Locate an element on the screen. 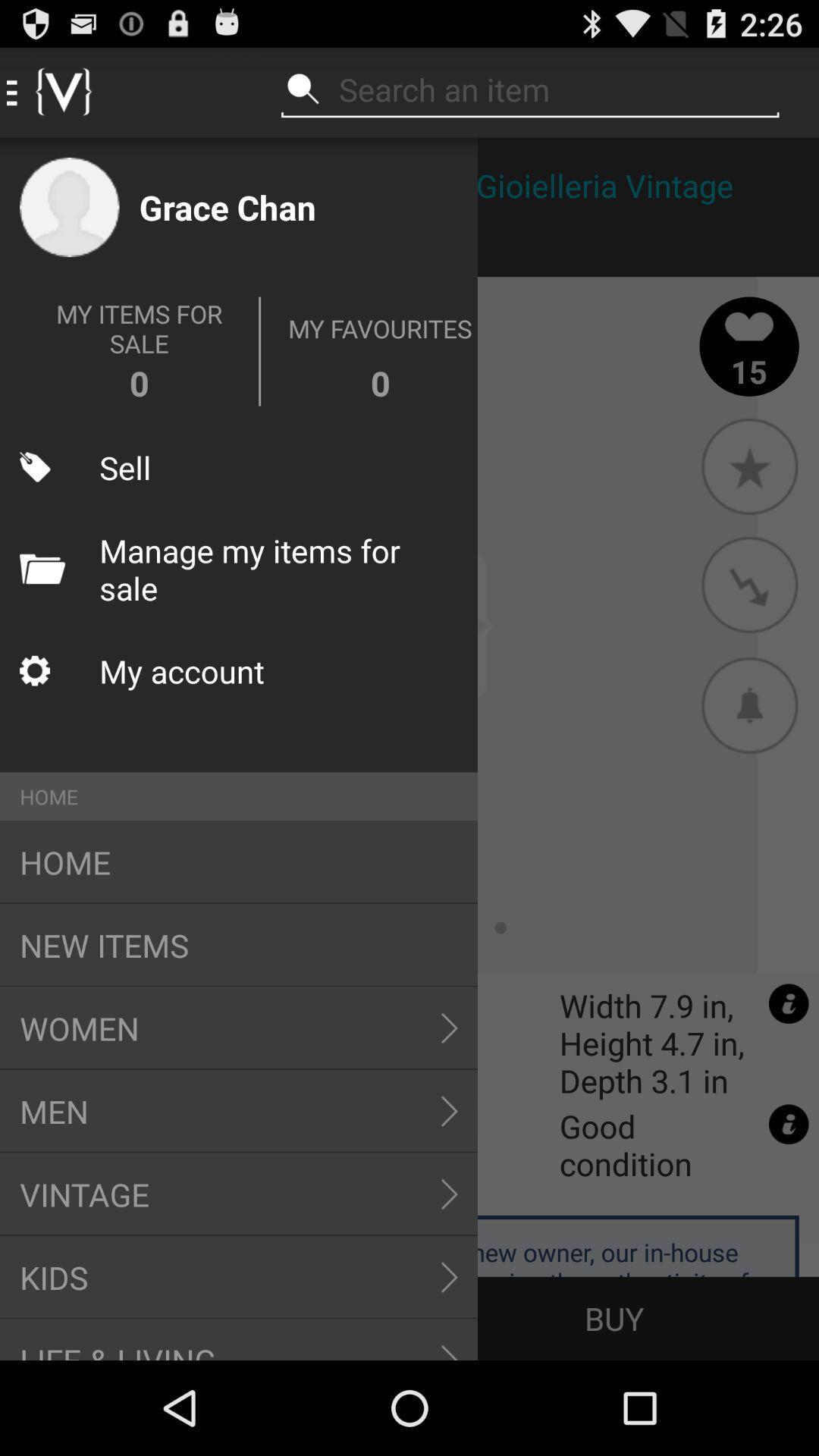  the buy option is located at coordinates (614, 1317).